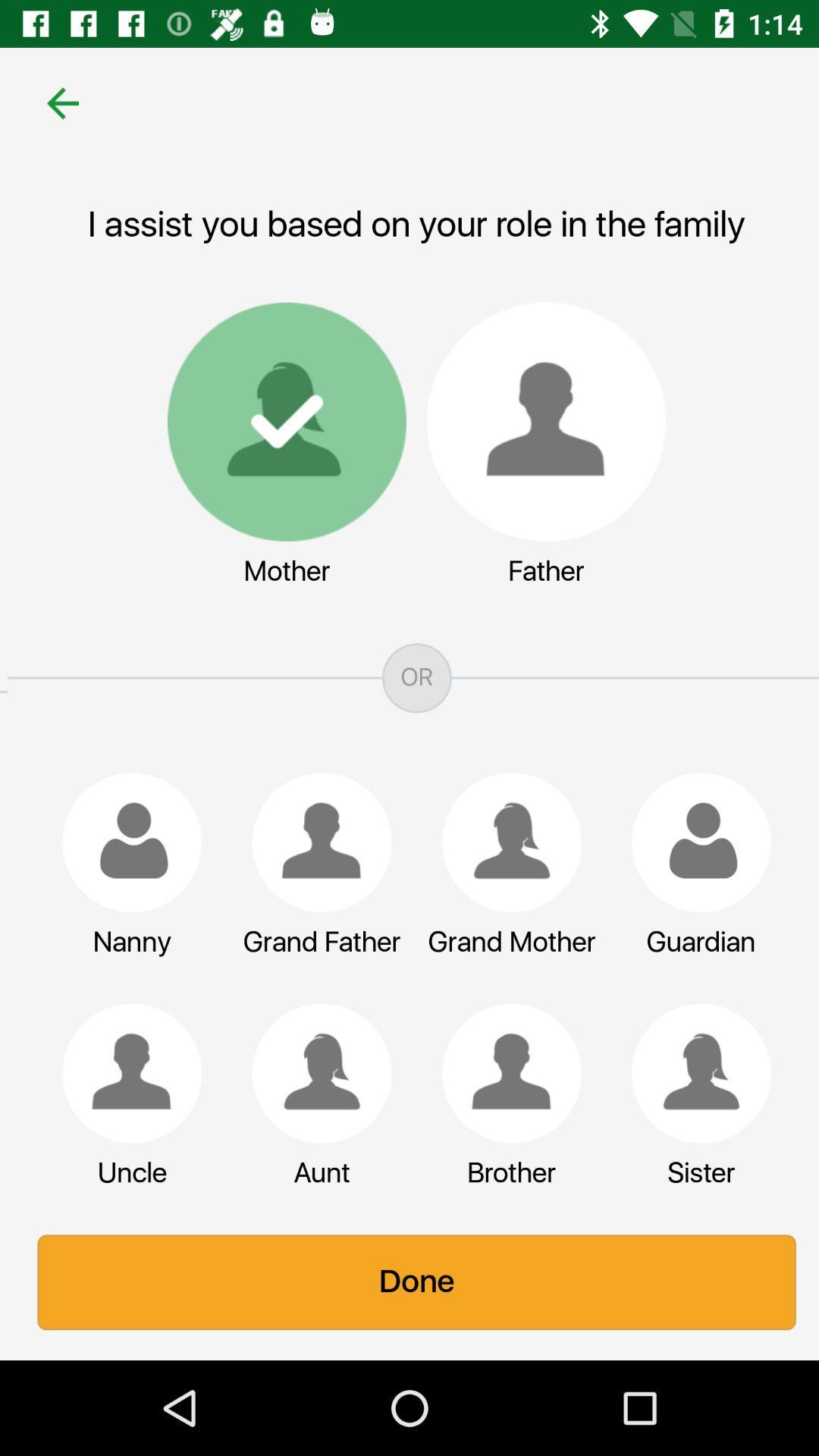 This screenshot has width=819, height=1456. What do you see at coordinates (538, 422) in the screenshot?
I see `father` at bounding box center [538, 422].